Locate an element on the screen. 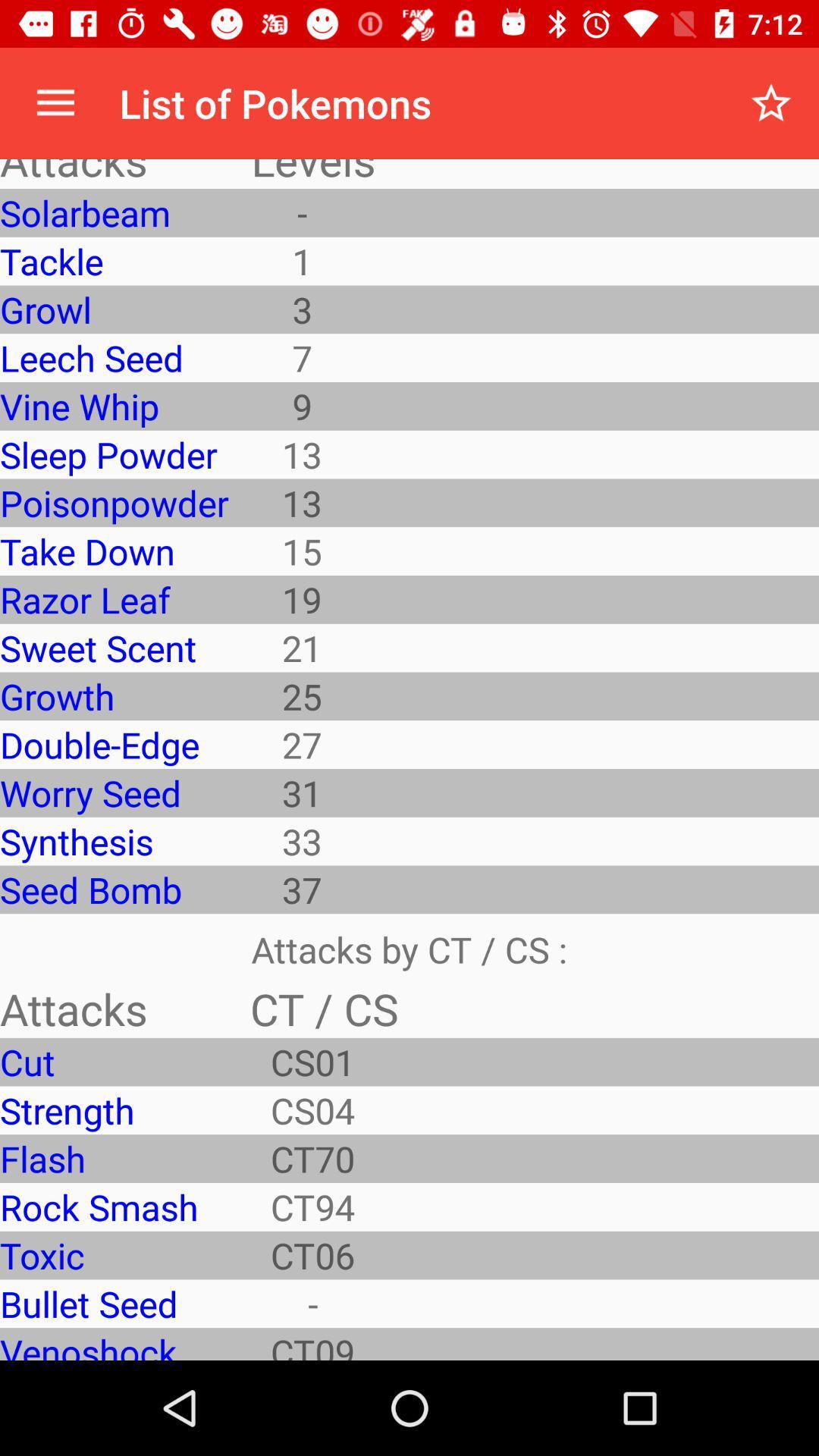 This screenshot has width=819, height=1456. the app below vine whip icon is located at coordinates (113, 453).